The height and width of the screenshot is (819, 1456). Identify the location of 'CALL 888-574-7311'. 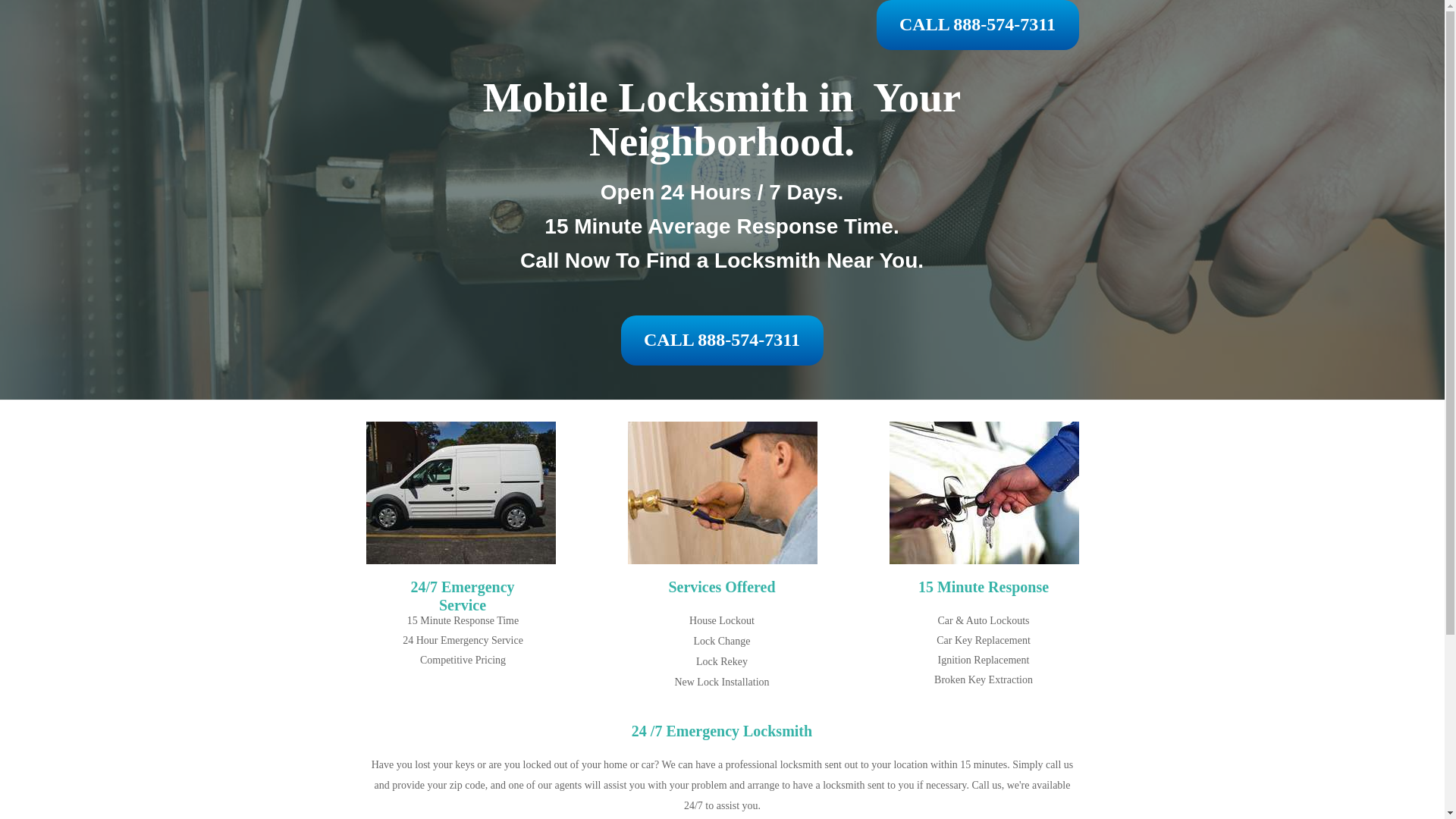
(877, 25).